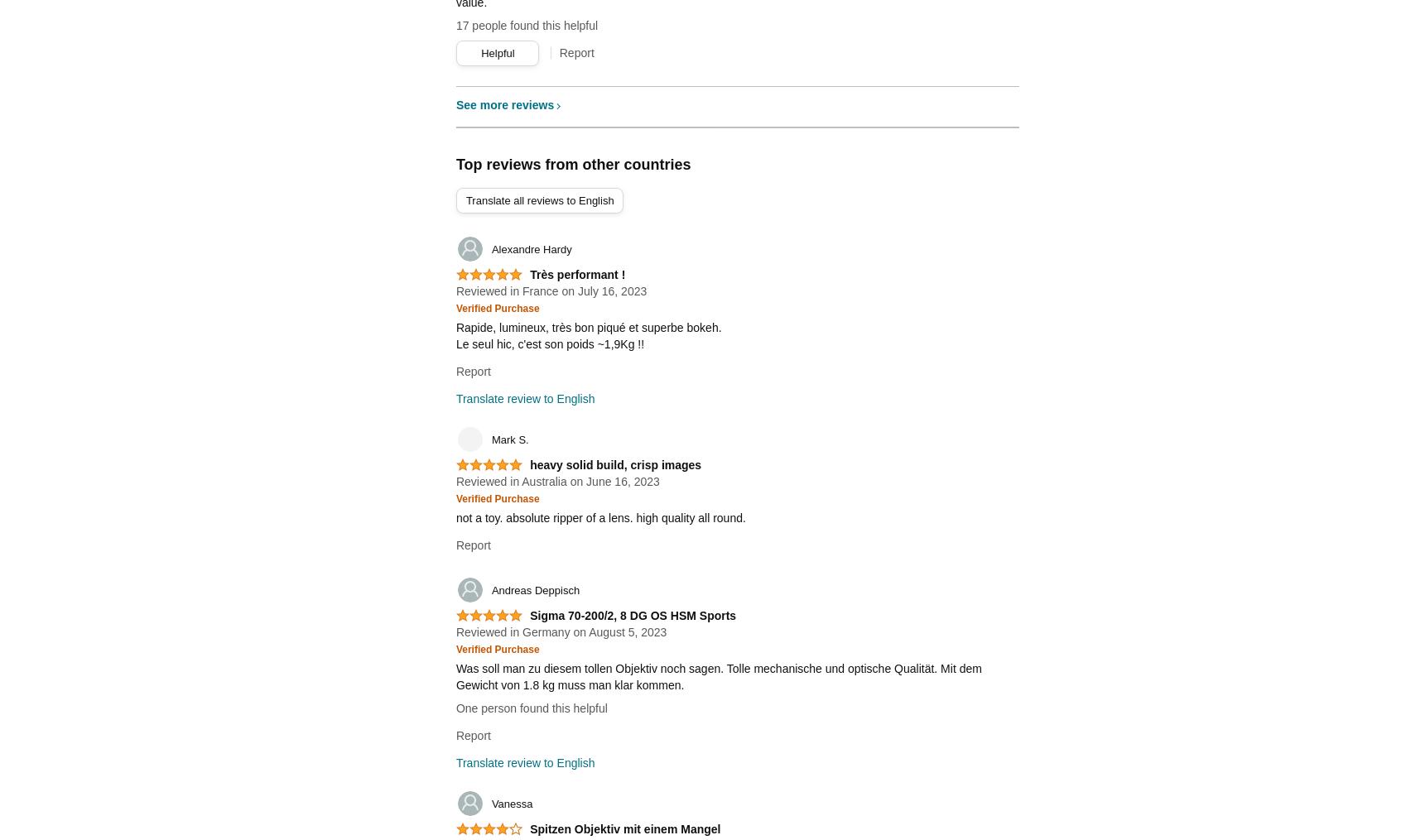  What do you see at coordinates (508, 439) in the screenshot?
I see `'Mark S.'` at bounding box center [508, 439].